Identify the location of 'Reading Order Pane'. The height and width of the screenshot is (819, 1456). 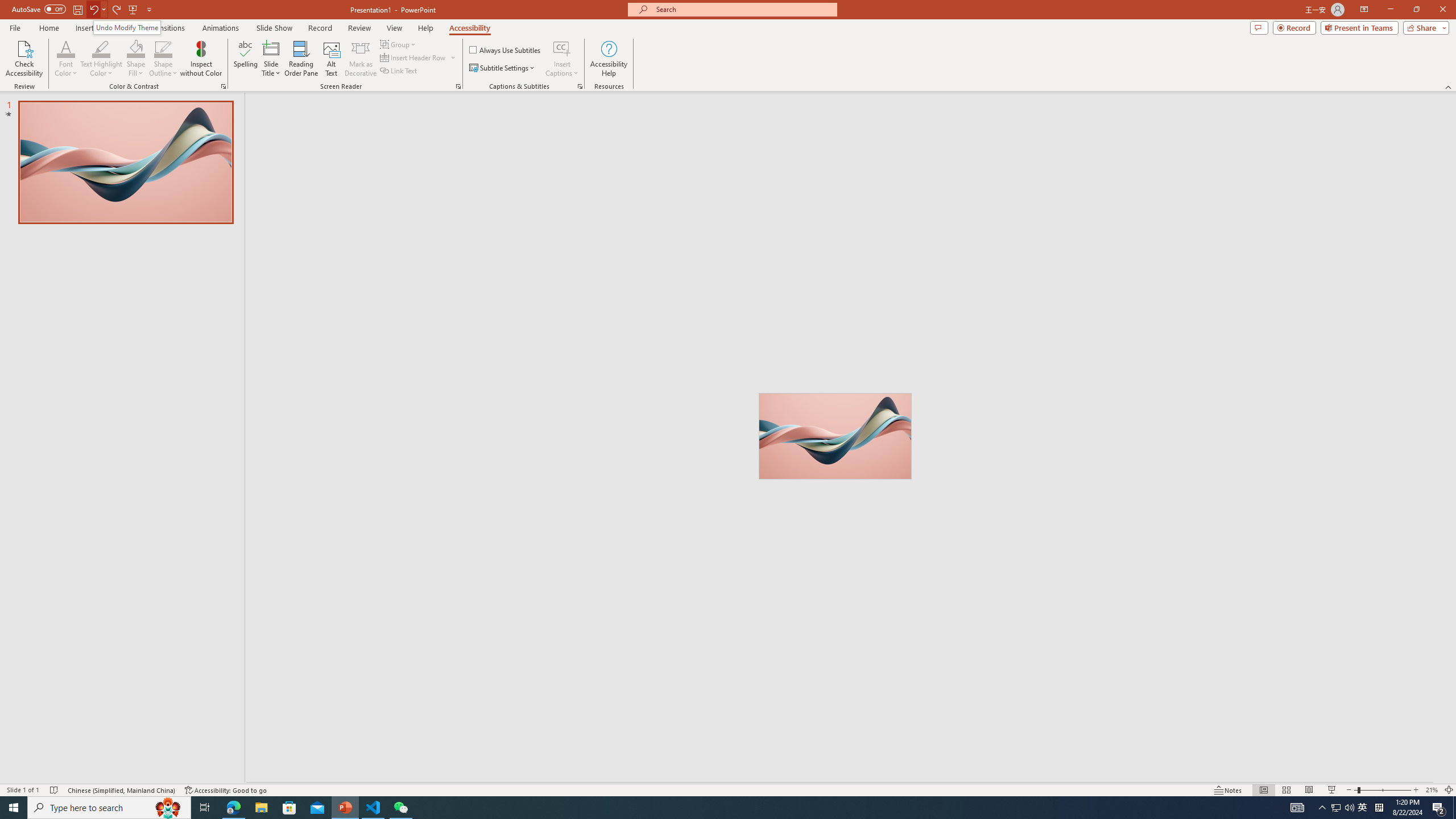
(301, 59).